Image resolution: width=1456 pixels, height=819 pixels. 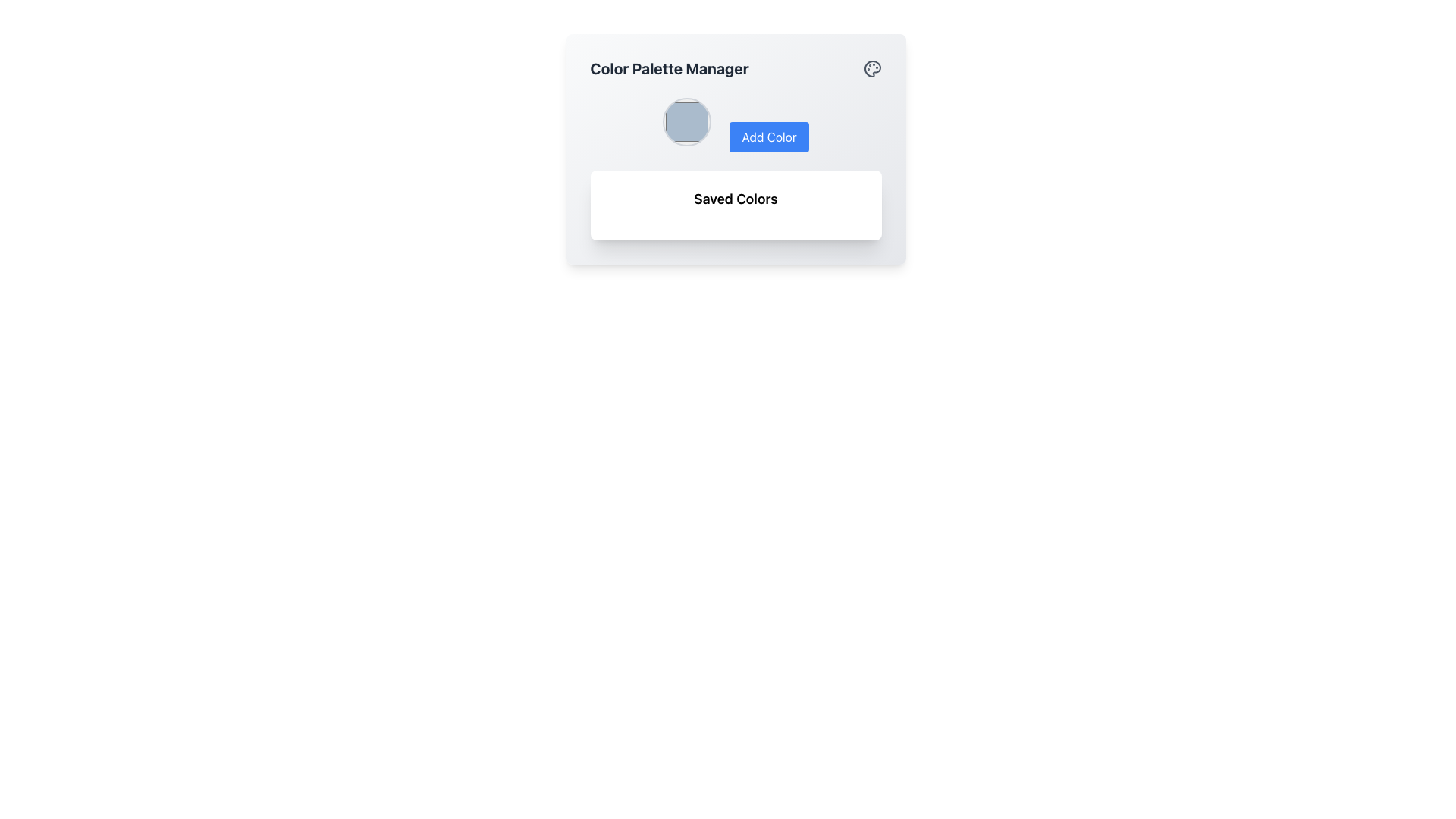 What do you see at coordinates (736, 205) in the screenshot?
I see `the Label/Section Header for the saved colors within the 'Color Palette Manager', located below the 'Add Color' section` at bounding box center [736, 205].